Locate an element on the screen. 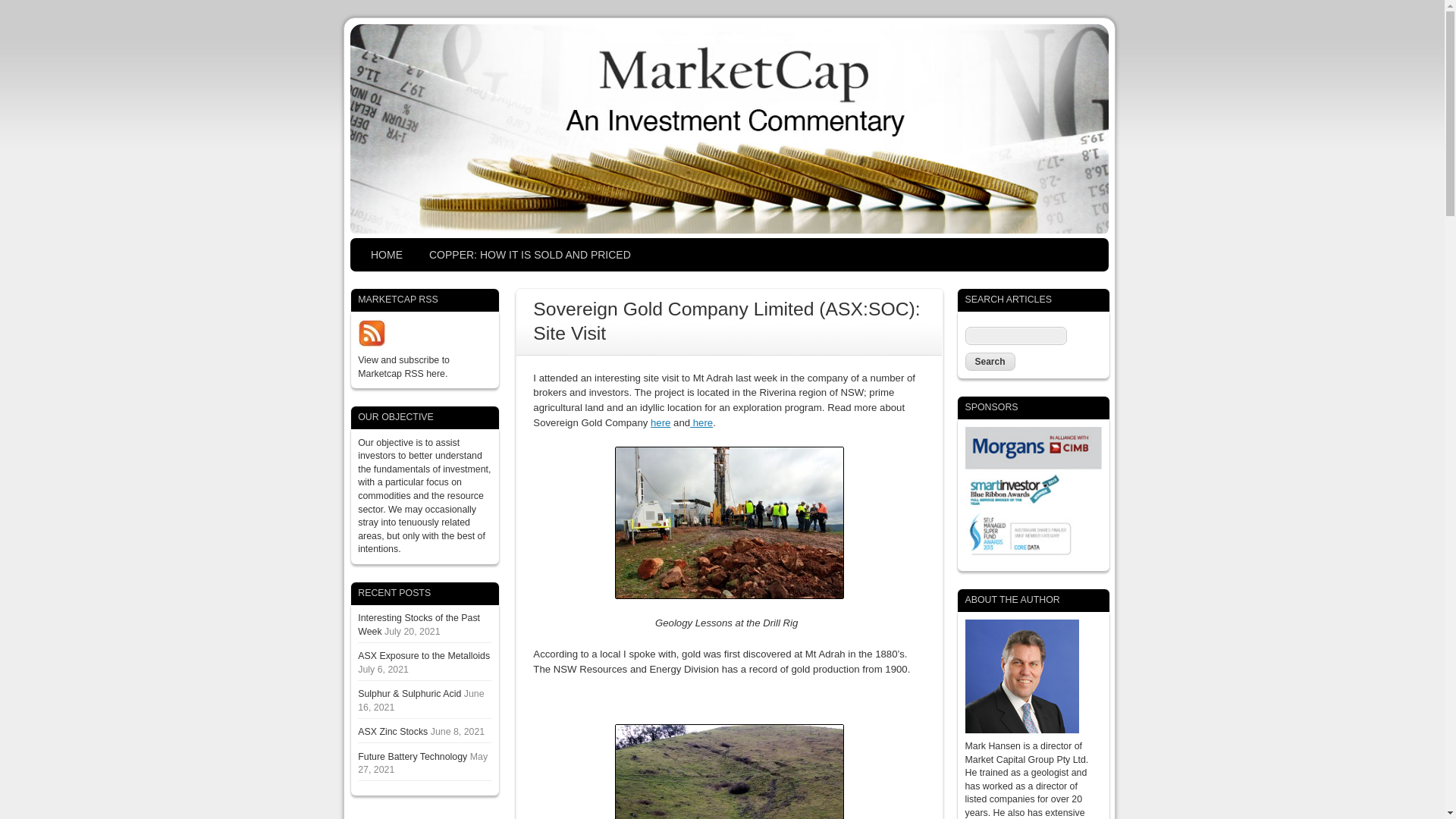 The height and width of the screenshot is (819, 1456). 'ASX Zinc Stocks' is located at coordinates (393, 730).